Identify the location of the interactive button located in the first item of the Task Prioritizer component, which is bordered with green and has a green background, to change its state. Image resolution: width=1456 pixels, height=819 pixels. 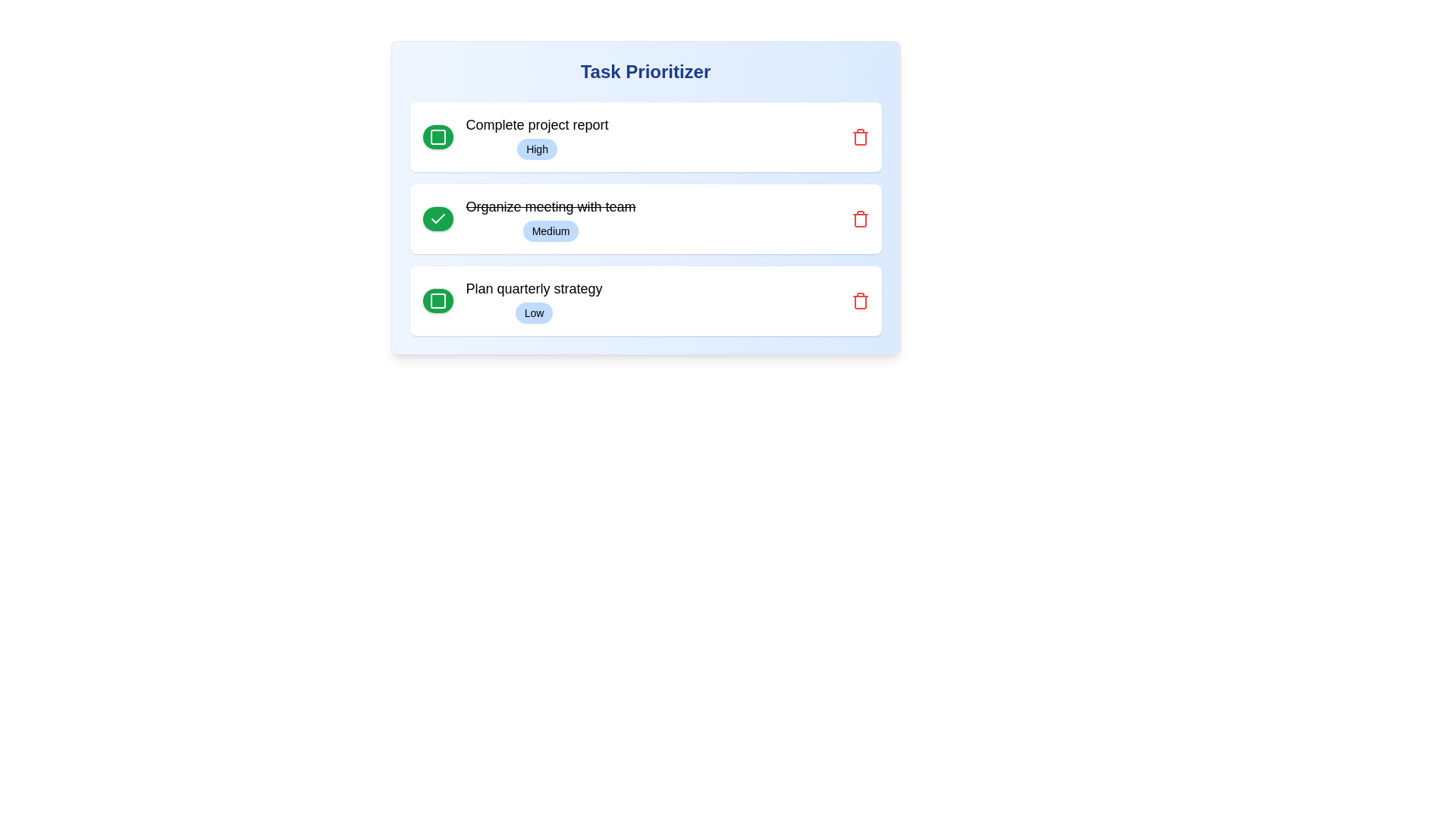
(437, 137).